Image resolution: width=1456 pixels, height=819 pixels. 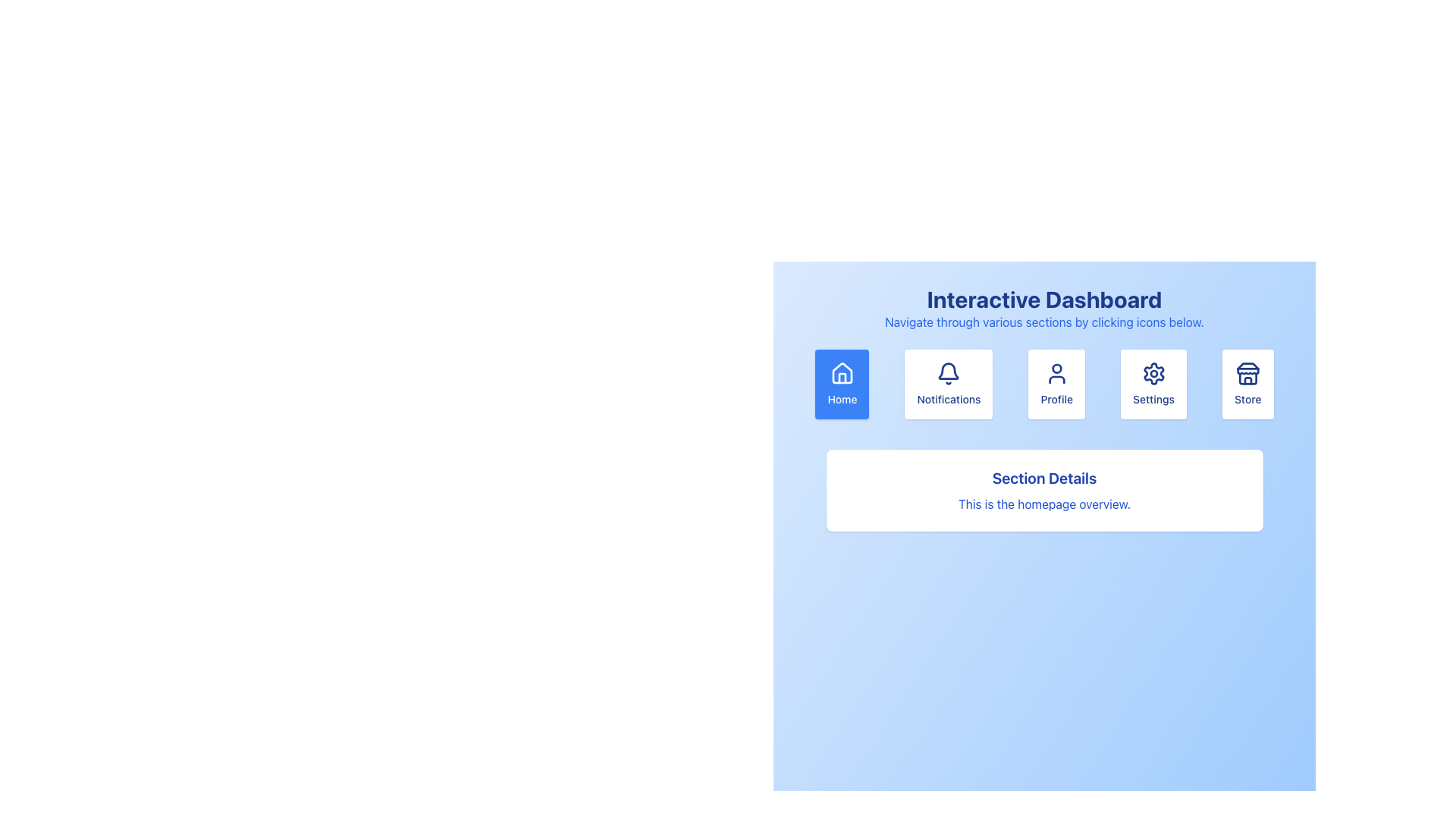 I want to click on the 'Store' button, which is a rectangular card-like element with rounded corners and a white background, located at the rightmost position in a horizontal cluster of five similar elements under the 'Interactive Dashboard' title, so click(x=1247, y=383).